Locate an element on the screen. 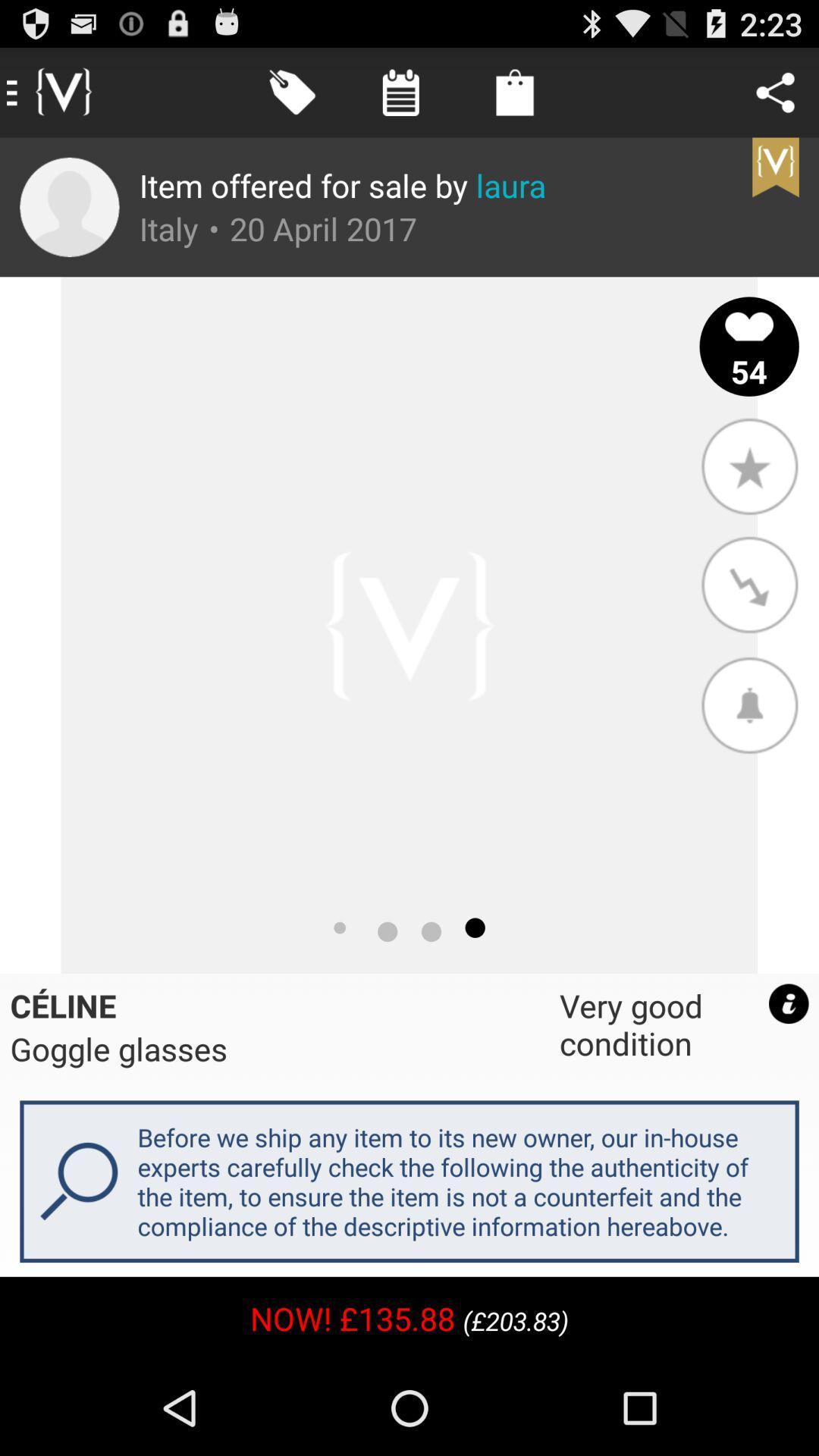 The height and width of the screenshot is (1456, 819). the app above the very good condition item is located at coordinates (748, 704).